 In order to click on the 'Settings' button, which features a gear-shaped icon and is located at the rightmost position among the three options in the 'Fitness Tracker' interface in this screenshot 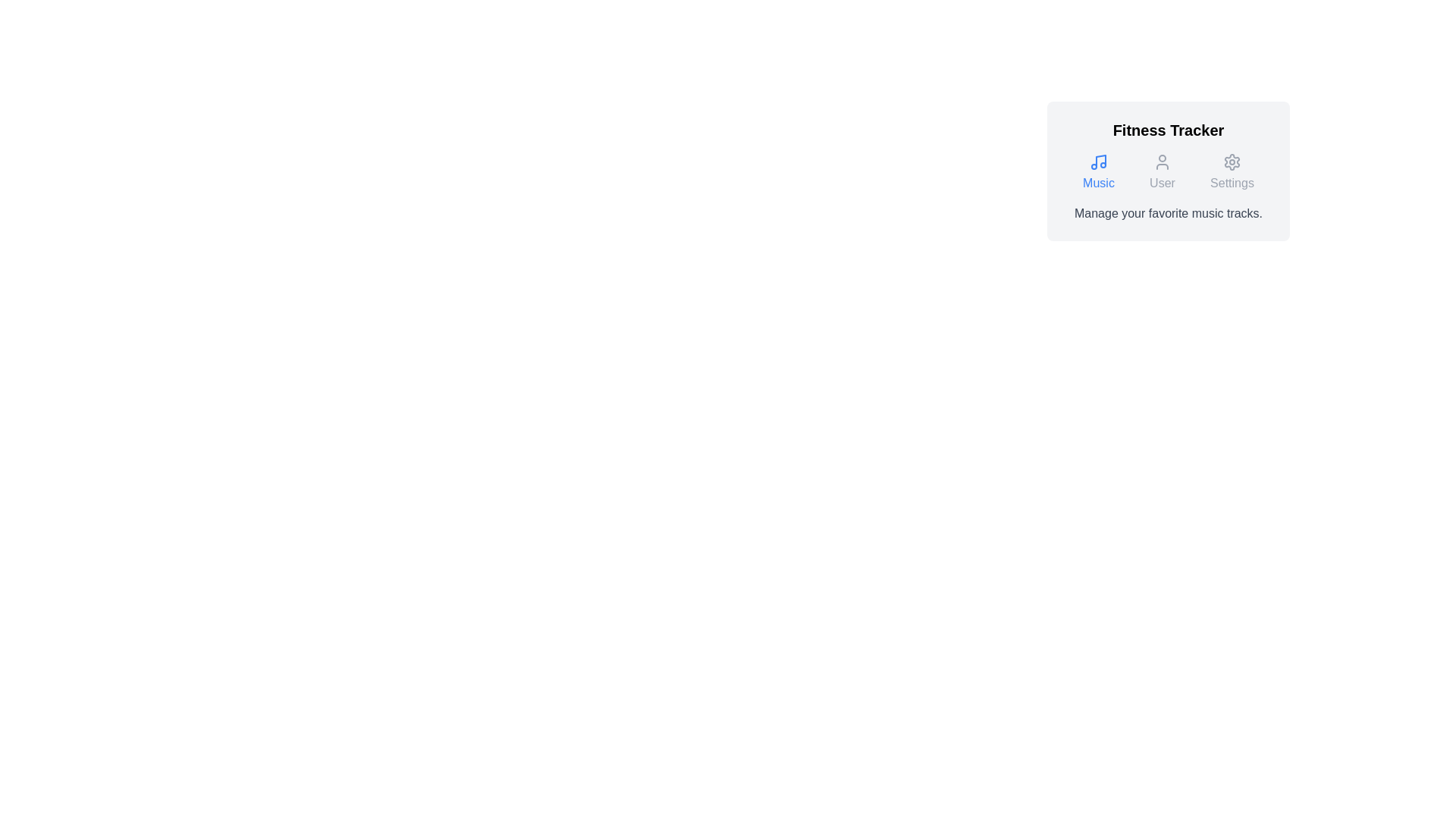, I will do `click(1232, 171)`.